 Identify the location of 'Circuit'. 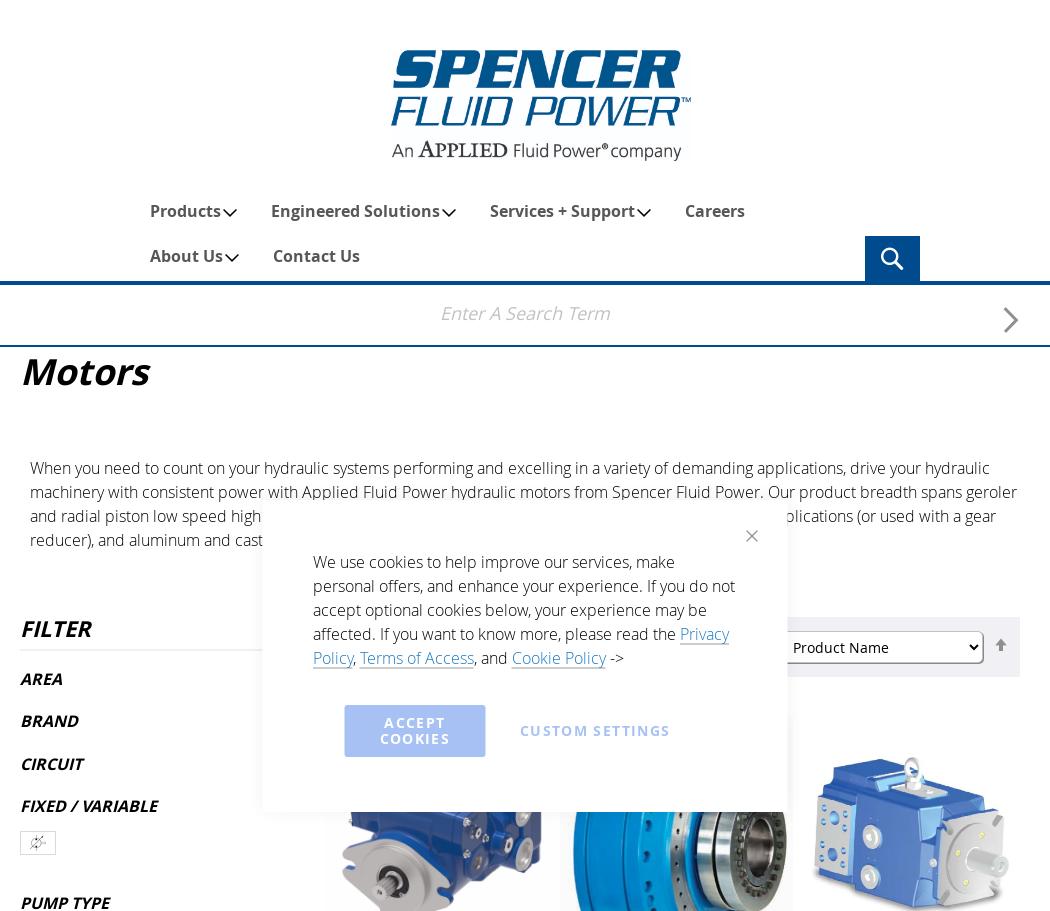
(50, 761).